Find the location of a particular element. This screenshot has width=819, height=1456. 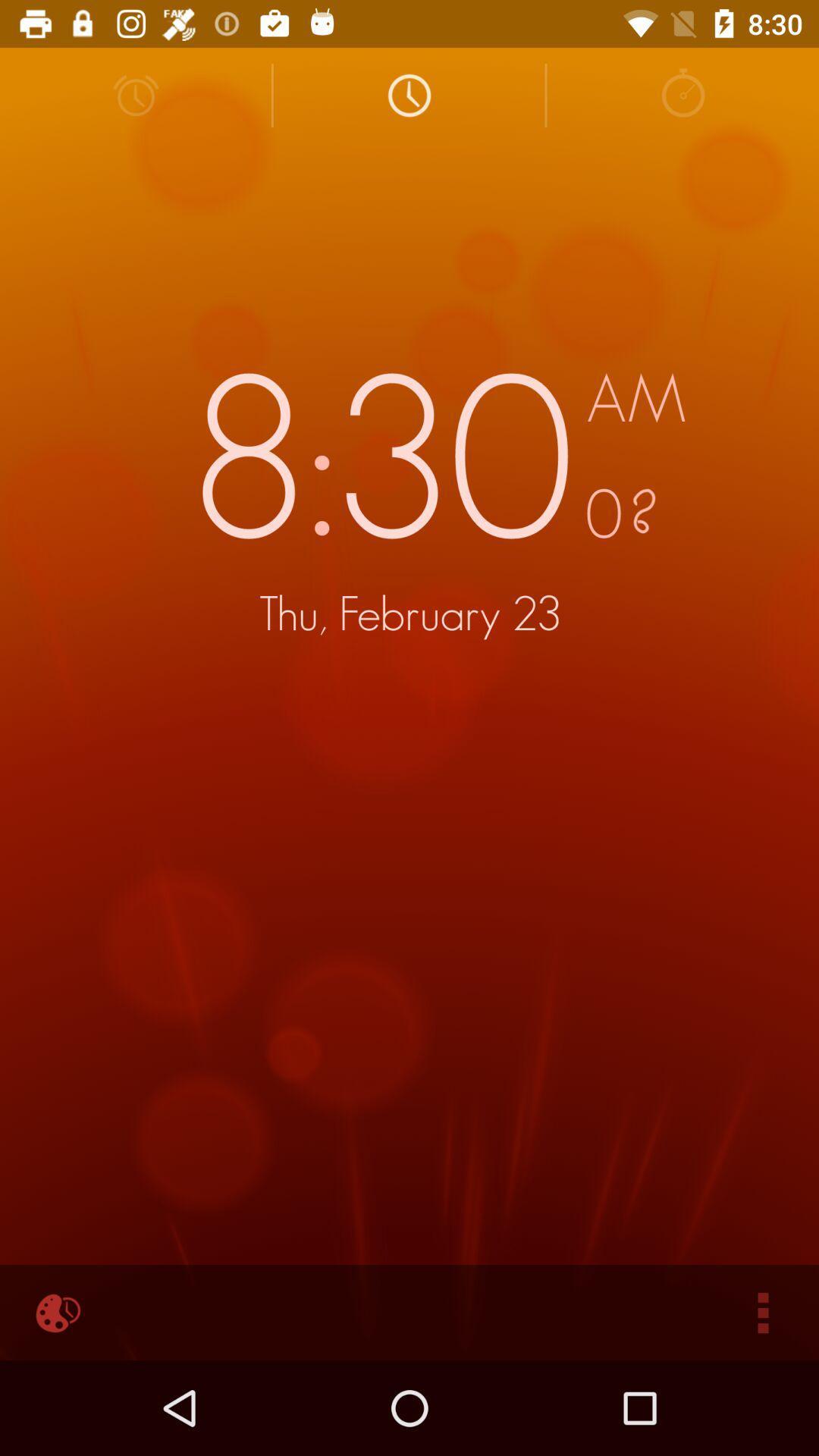

this will allow you to change the background color is located at coordinates (55, 1312).